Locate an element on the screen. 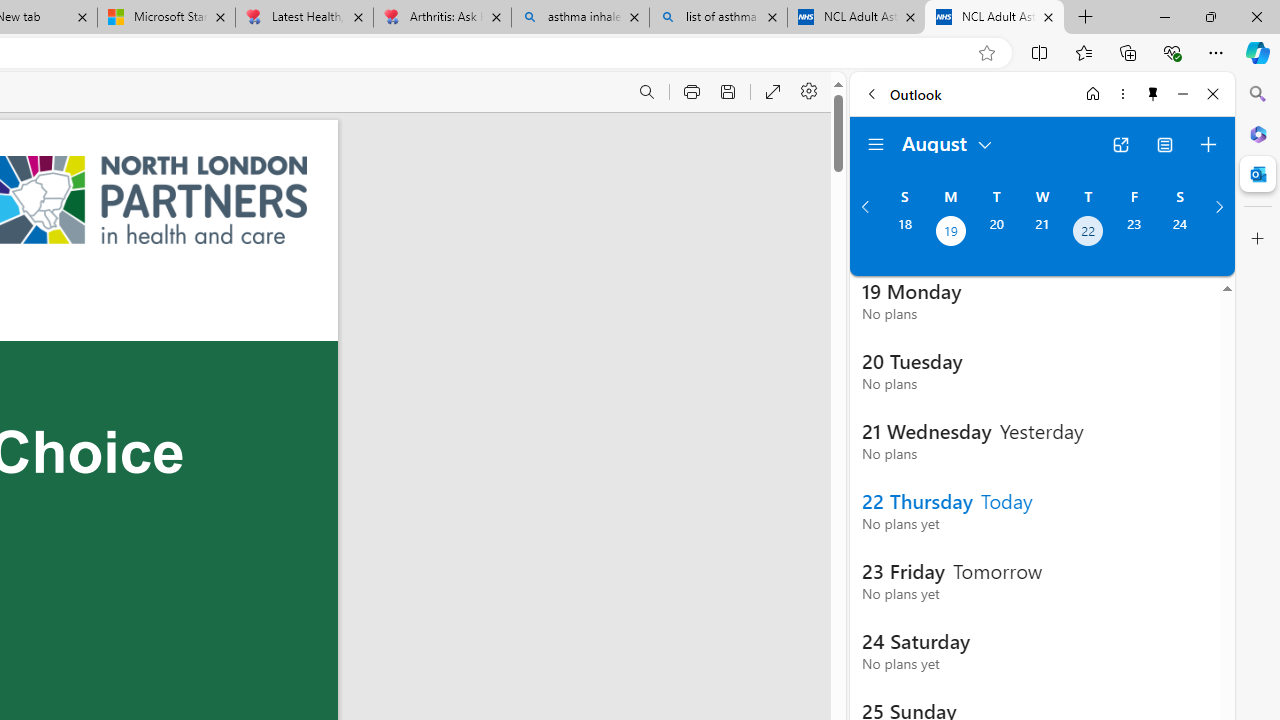  'Save (Ctrl+S)' is located at coordinates (727, 92).